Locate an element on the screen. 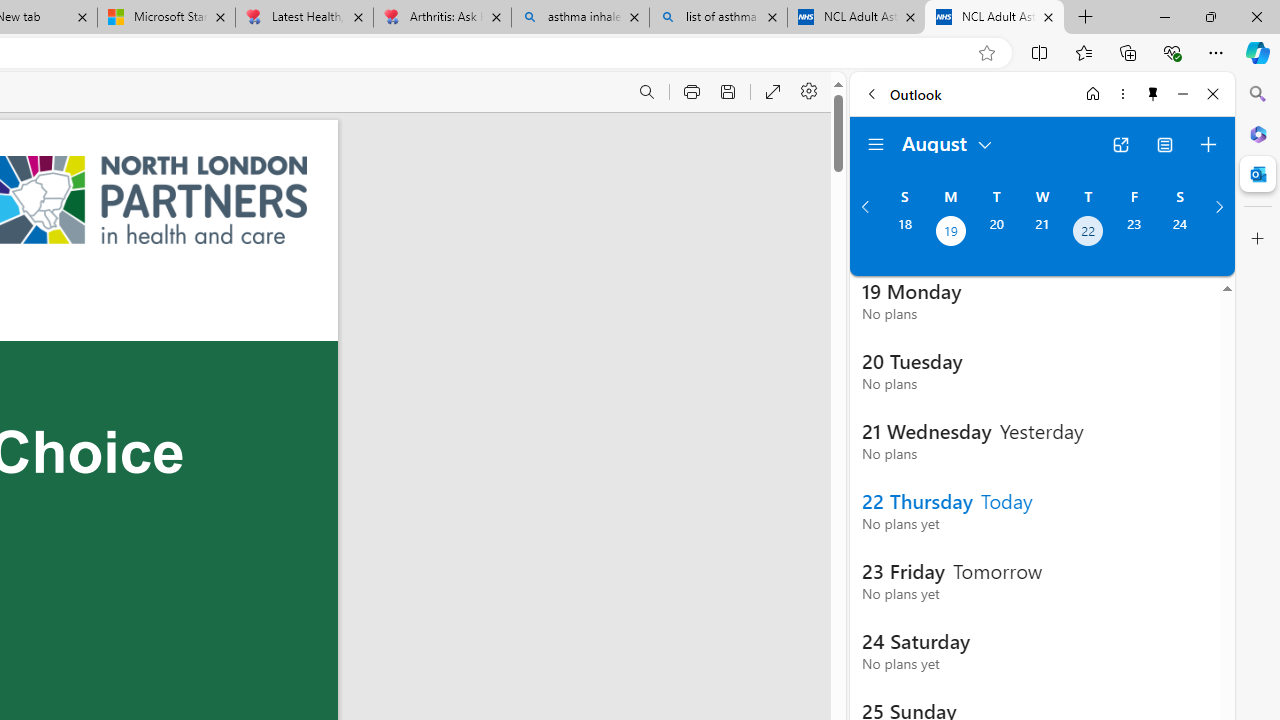  'Save (Ctrl+S)' is located at coordinates (727, 92).